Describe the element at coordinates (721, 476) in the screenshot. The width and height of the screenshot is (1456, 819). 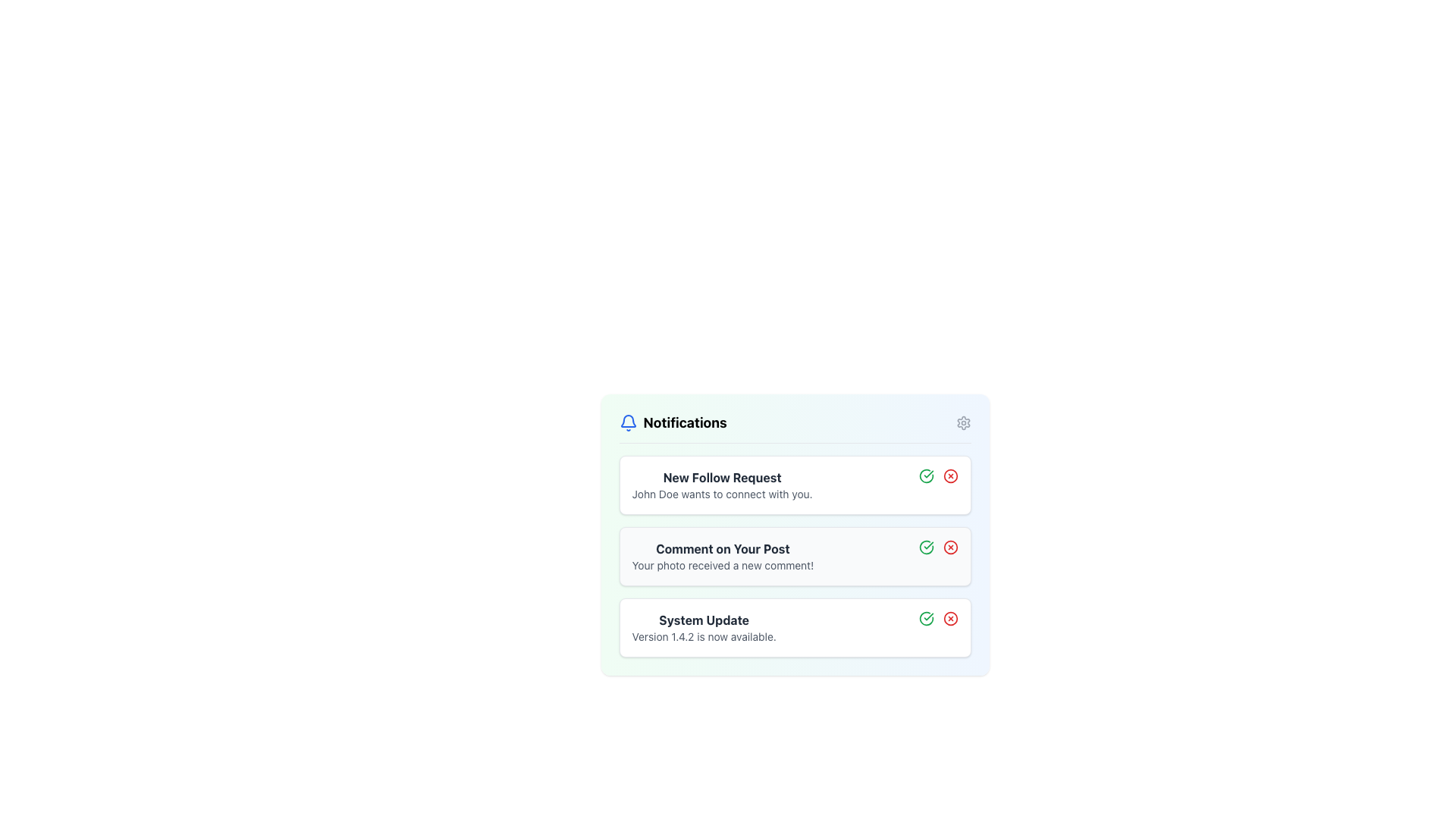
I see `the Text Label that serves as the title for the notification, located at the top center of the first notification card, which summarizes the type of notification` at that location.